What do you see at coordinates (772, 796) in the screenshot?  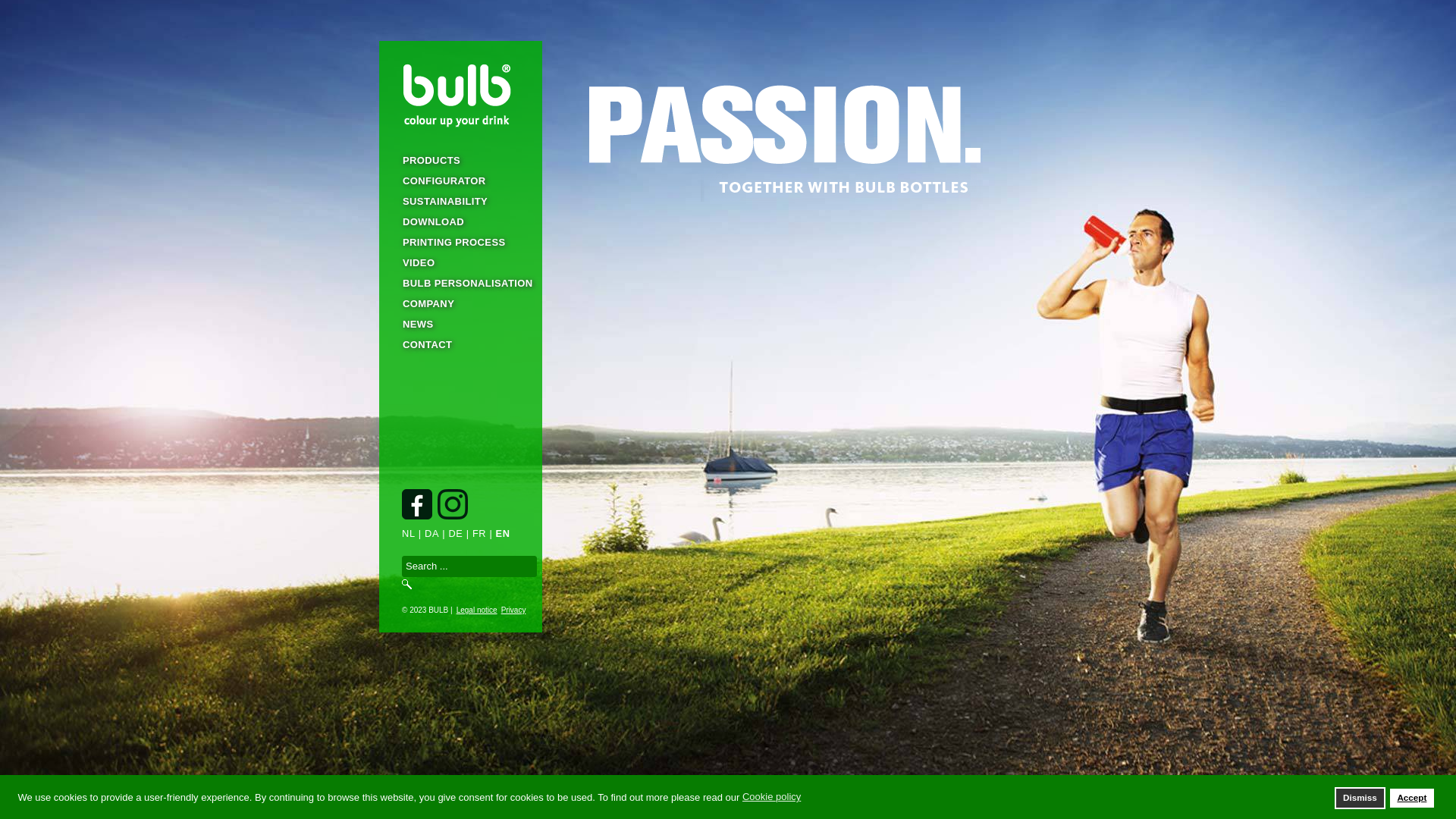 I see `'Cookie policy'` at bounding box center [772, 796].